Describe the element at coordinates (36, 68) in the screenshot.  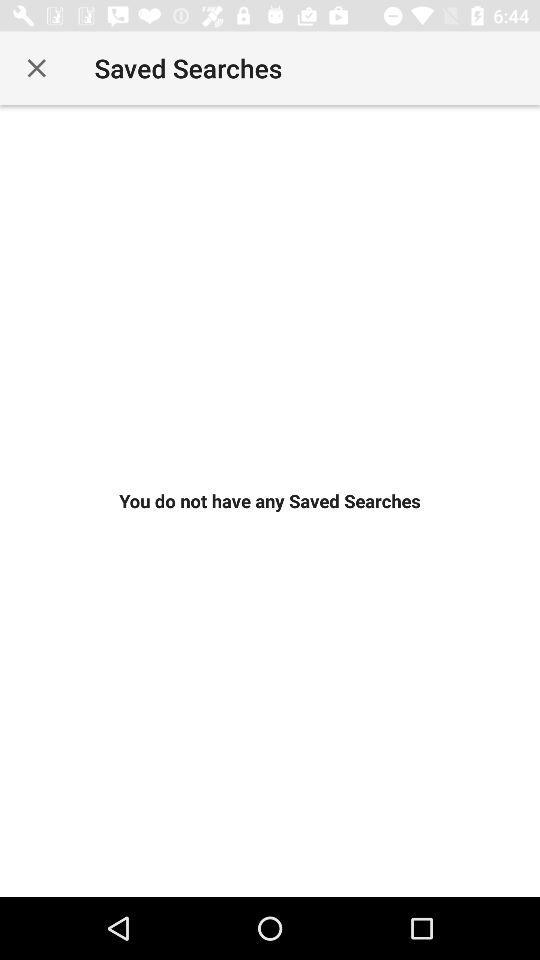
I see `exit saved searches` at that location.